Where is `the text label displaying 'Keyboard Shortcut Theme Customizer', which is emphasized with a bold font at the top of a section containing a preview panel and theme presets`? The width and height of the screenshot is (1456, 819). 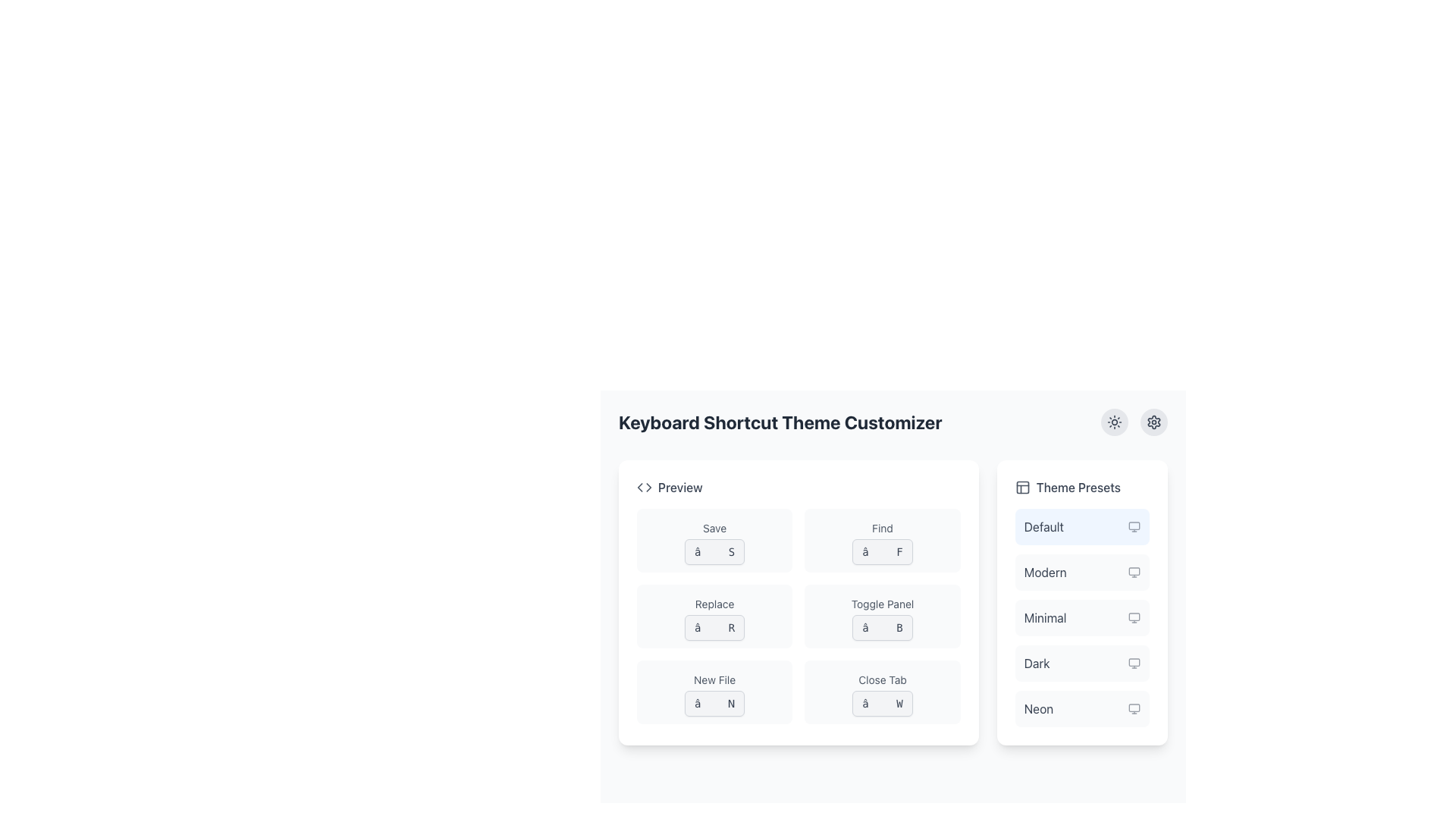
the text label displaying 'Keyboard Shortcut Theme Customizer', which is emphasized with a bold font at the top of a section containing a preview panel and theme presets is located at coordinates (780, 422).